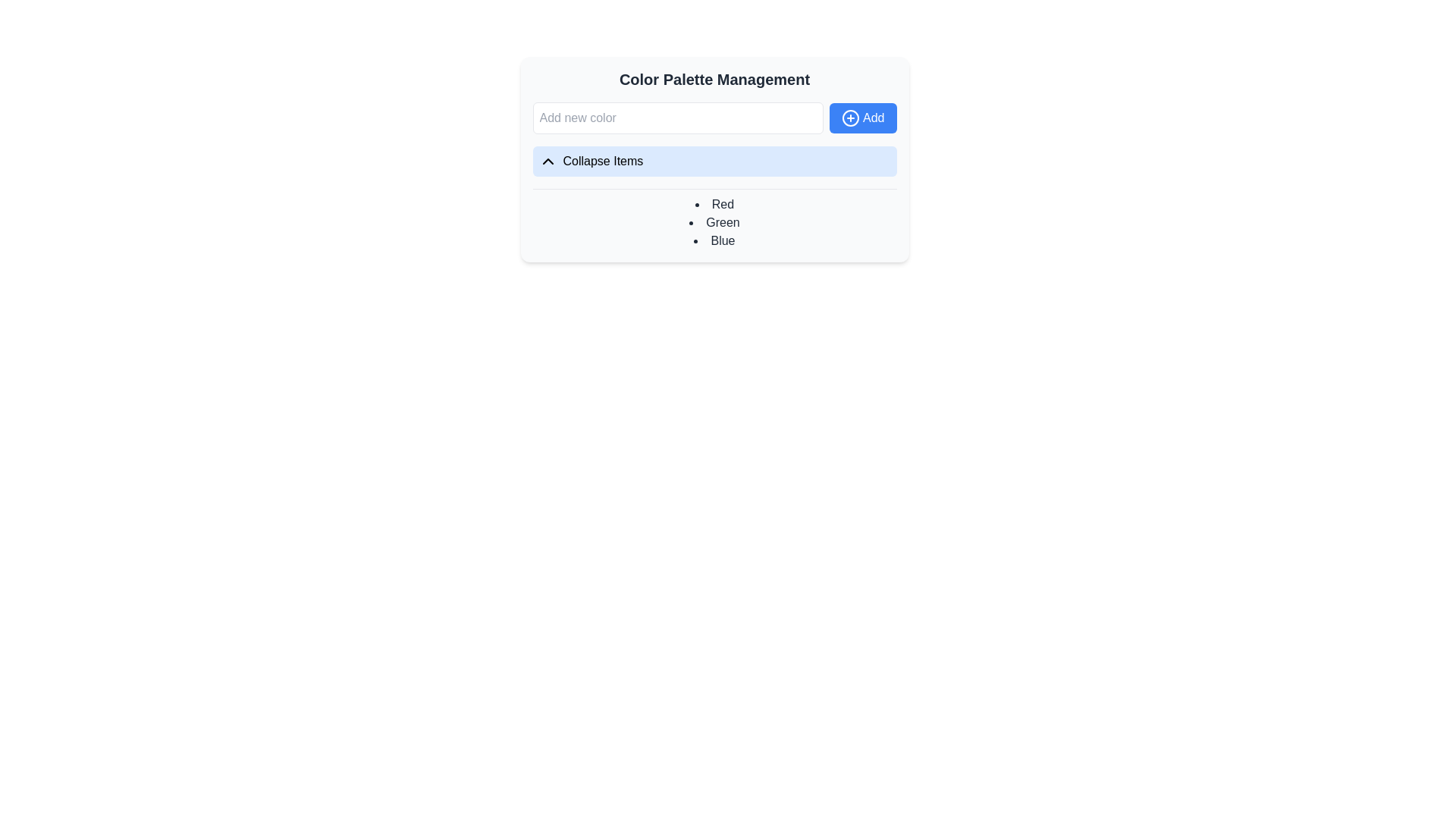 This screenshot has width=1456, height=819. I want to click on the leftmost icon of the 'Collapse Items' button, which indicates the state of a collapsible section, located directly below the 'Color Palette Management' title, so click(547, 161).